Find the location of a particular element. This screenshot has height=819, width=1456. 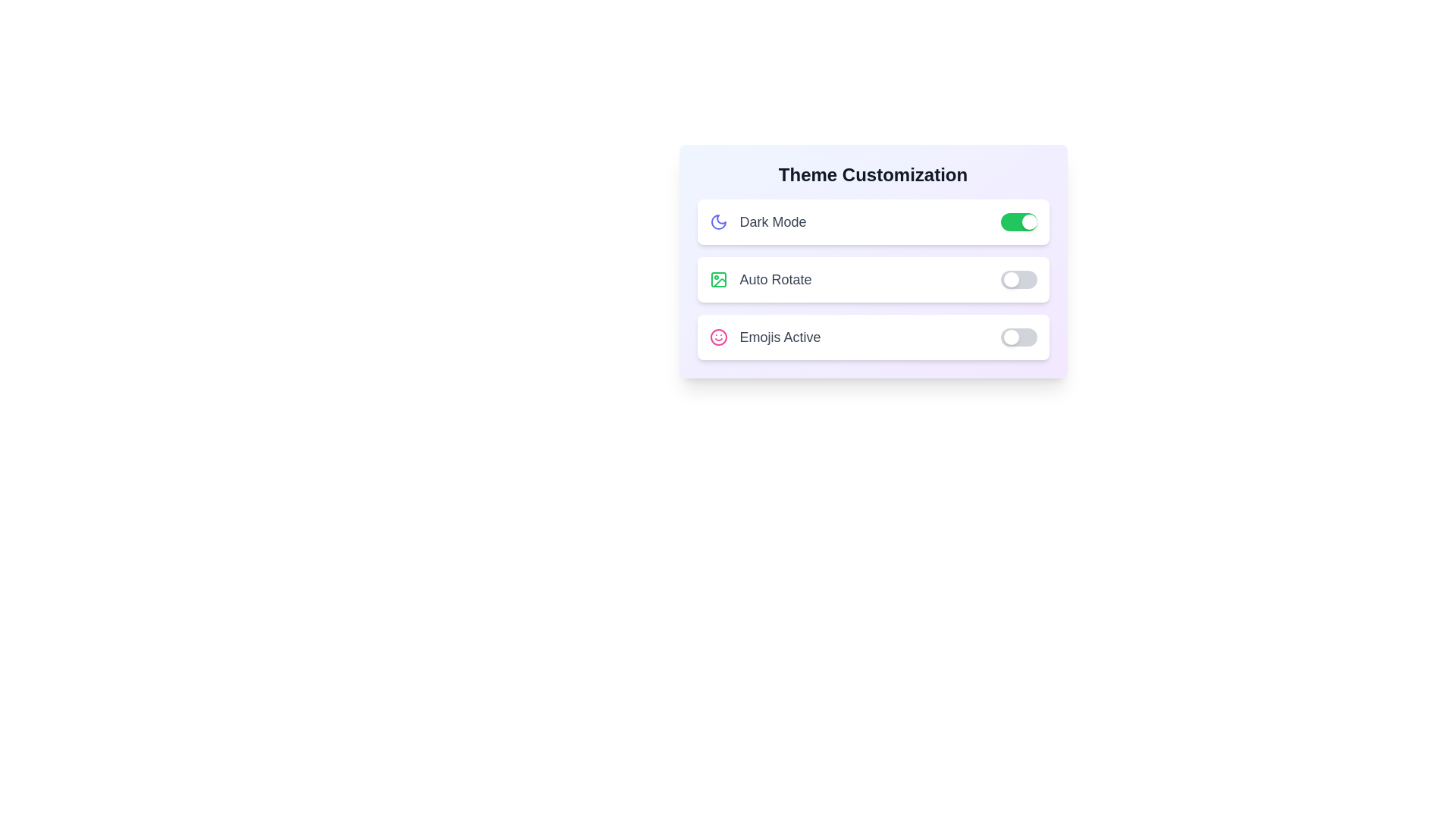

the 'Auto Rotate' toggle switch in the 'Theme Customization' section is located at coordinates (873, 280).